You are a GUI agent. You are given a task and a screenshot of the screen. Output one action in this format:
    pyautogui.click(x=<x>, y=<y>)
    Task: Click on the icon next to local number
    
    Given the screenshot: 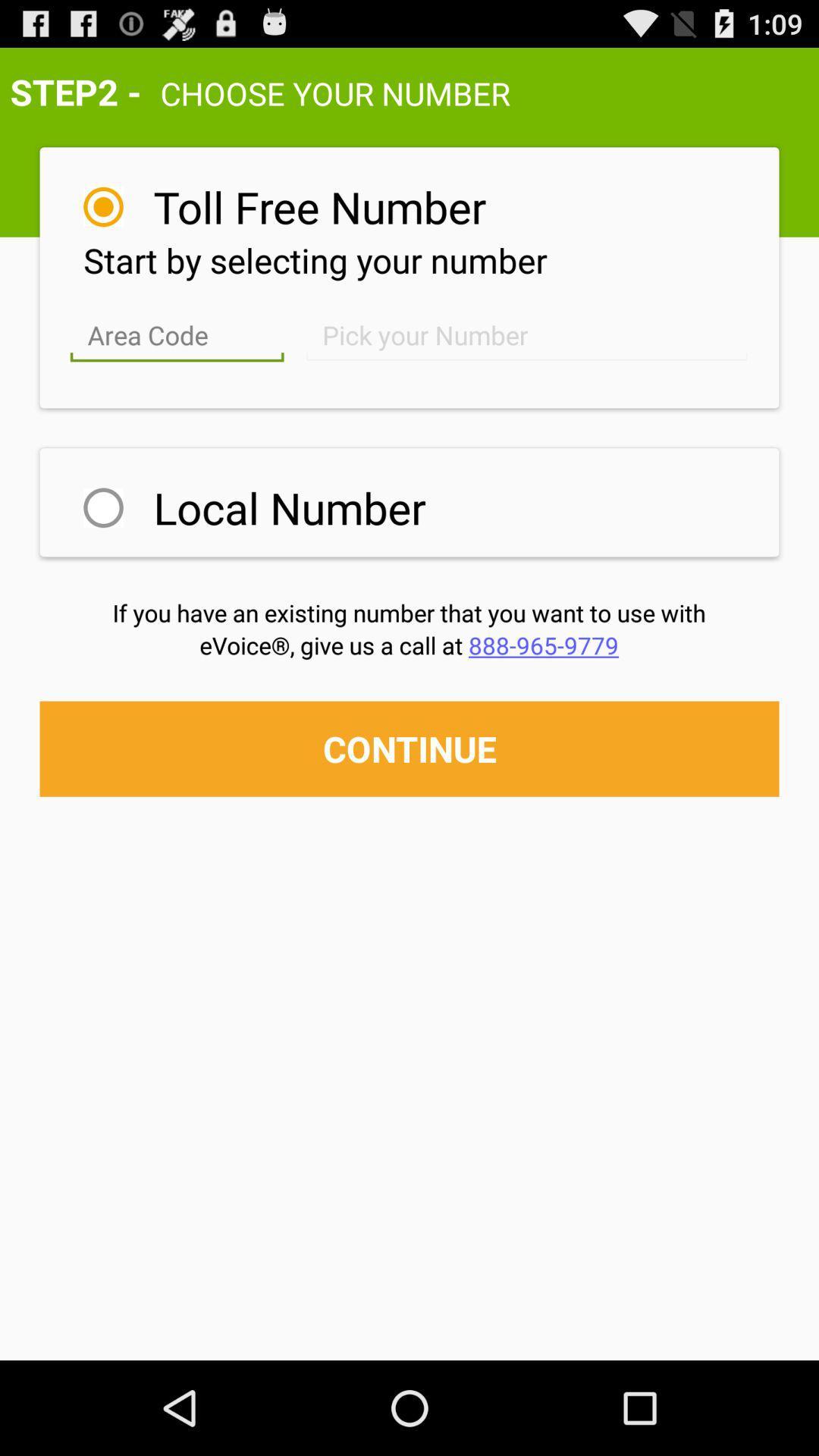 What is the action you would take?
    pyautogui.click(x=102, y=507)
    